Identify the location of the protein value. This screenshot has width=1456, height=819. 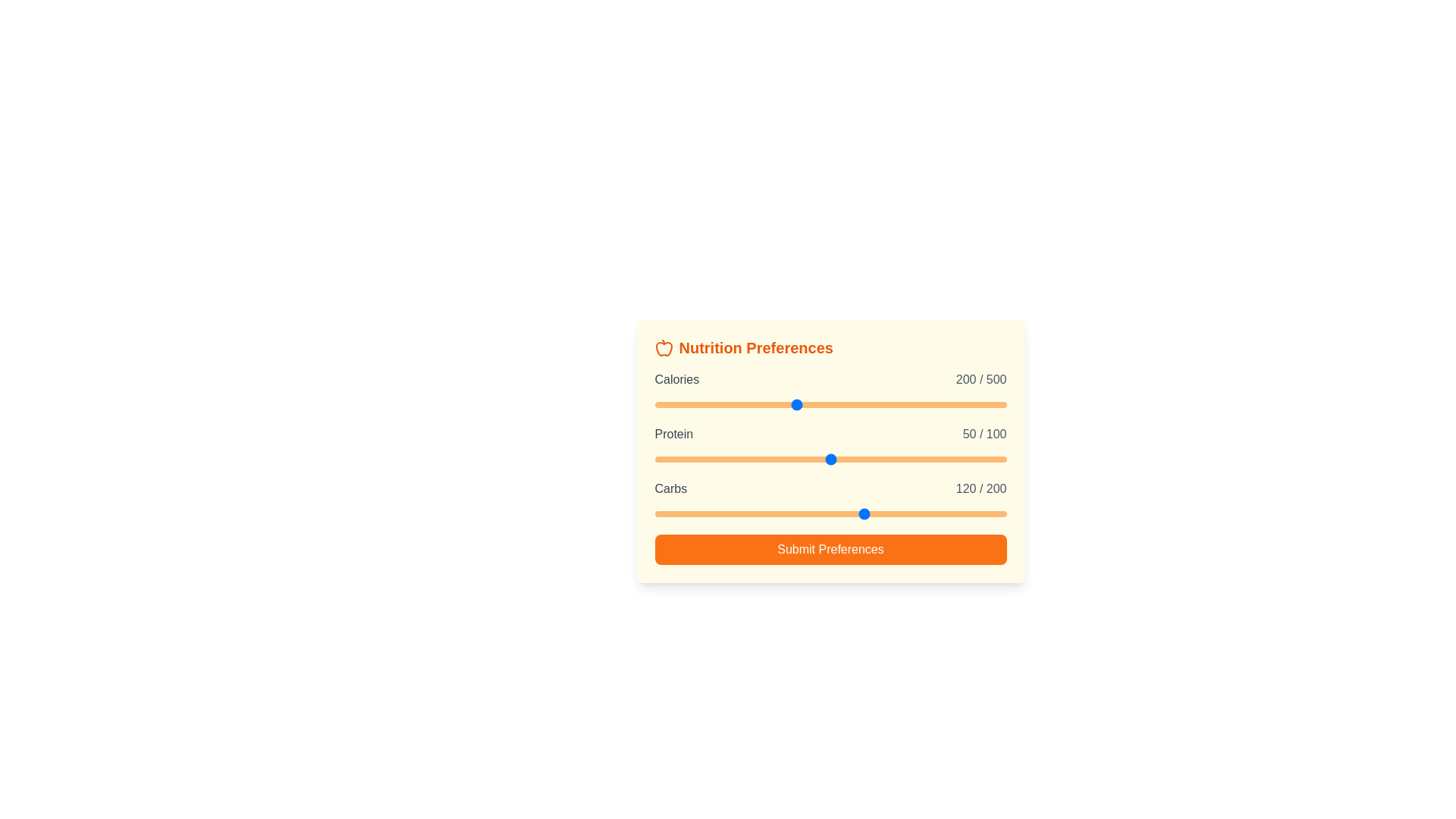
(812, 458).